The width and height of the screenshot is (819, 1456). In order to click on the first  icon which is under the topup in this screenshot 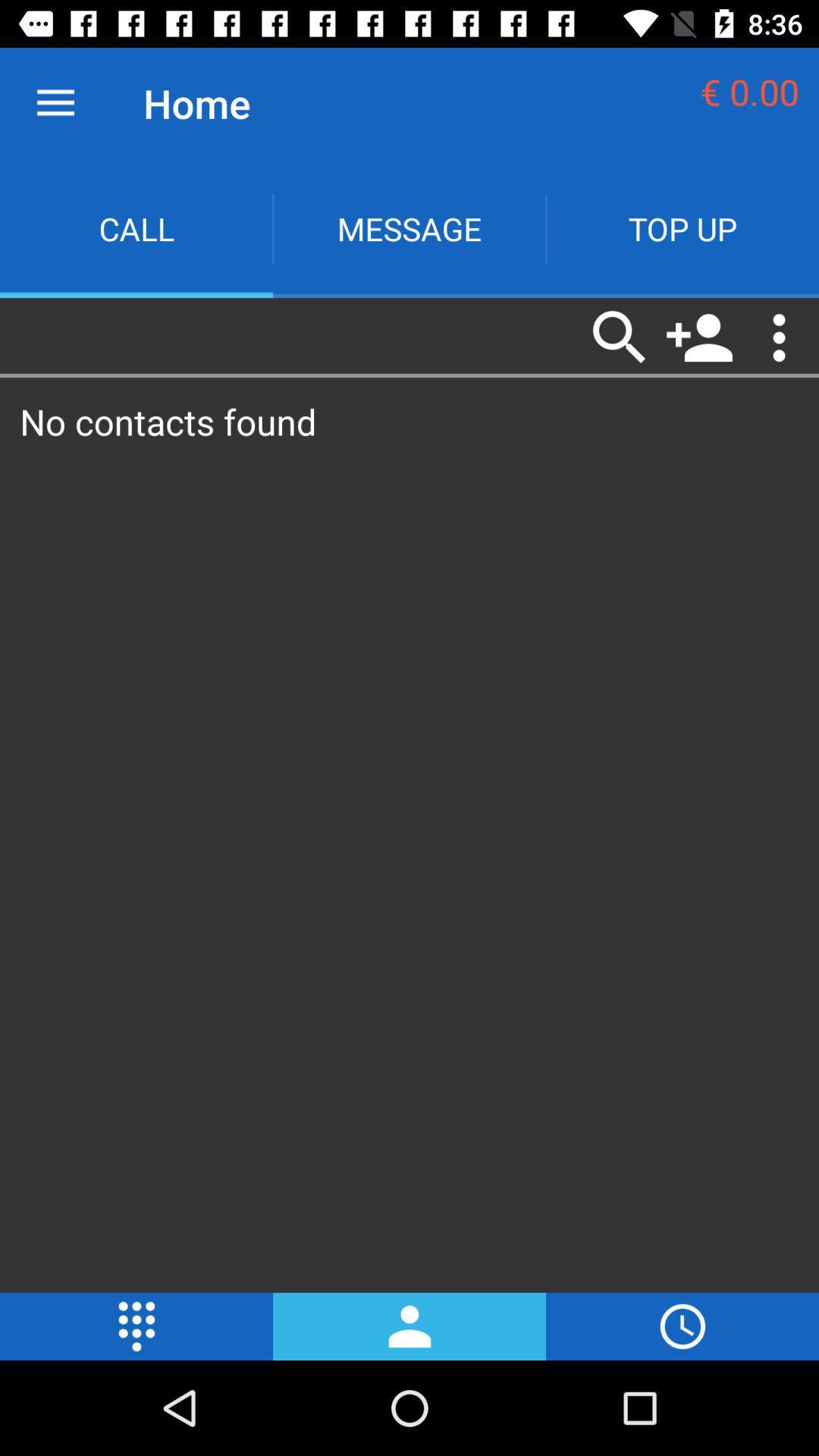, I will do `click(620, 337)`.